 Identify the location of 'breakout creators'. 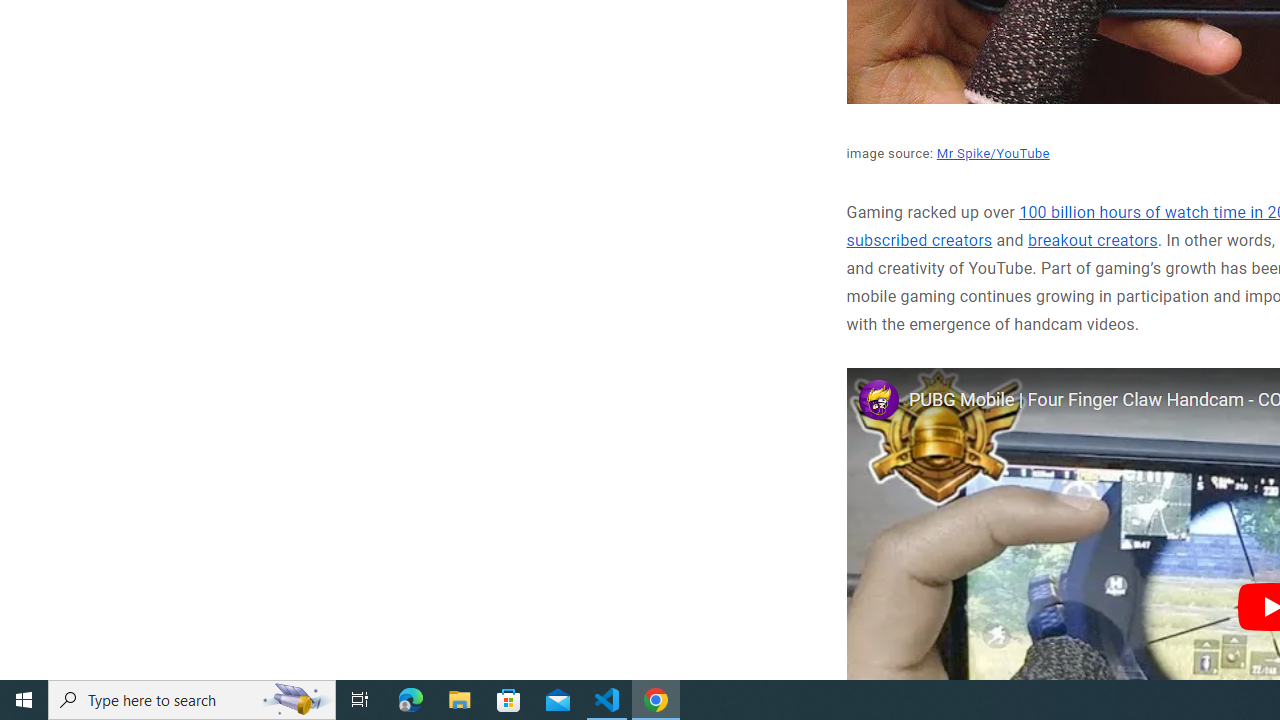
(1092, 240).